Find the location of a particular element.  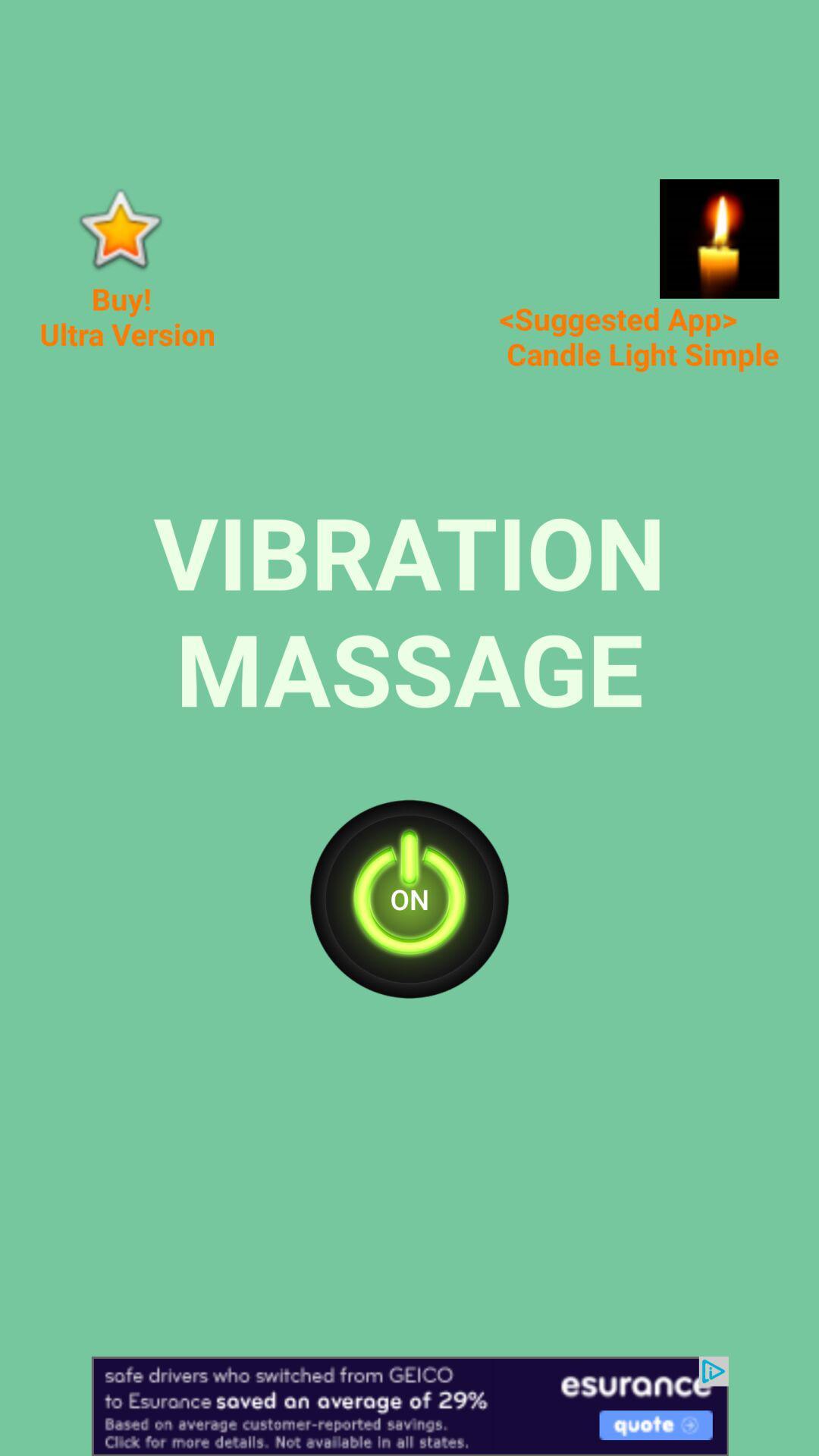

suggested page is located at coordinates (718, 238).